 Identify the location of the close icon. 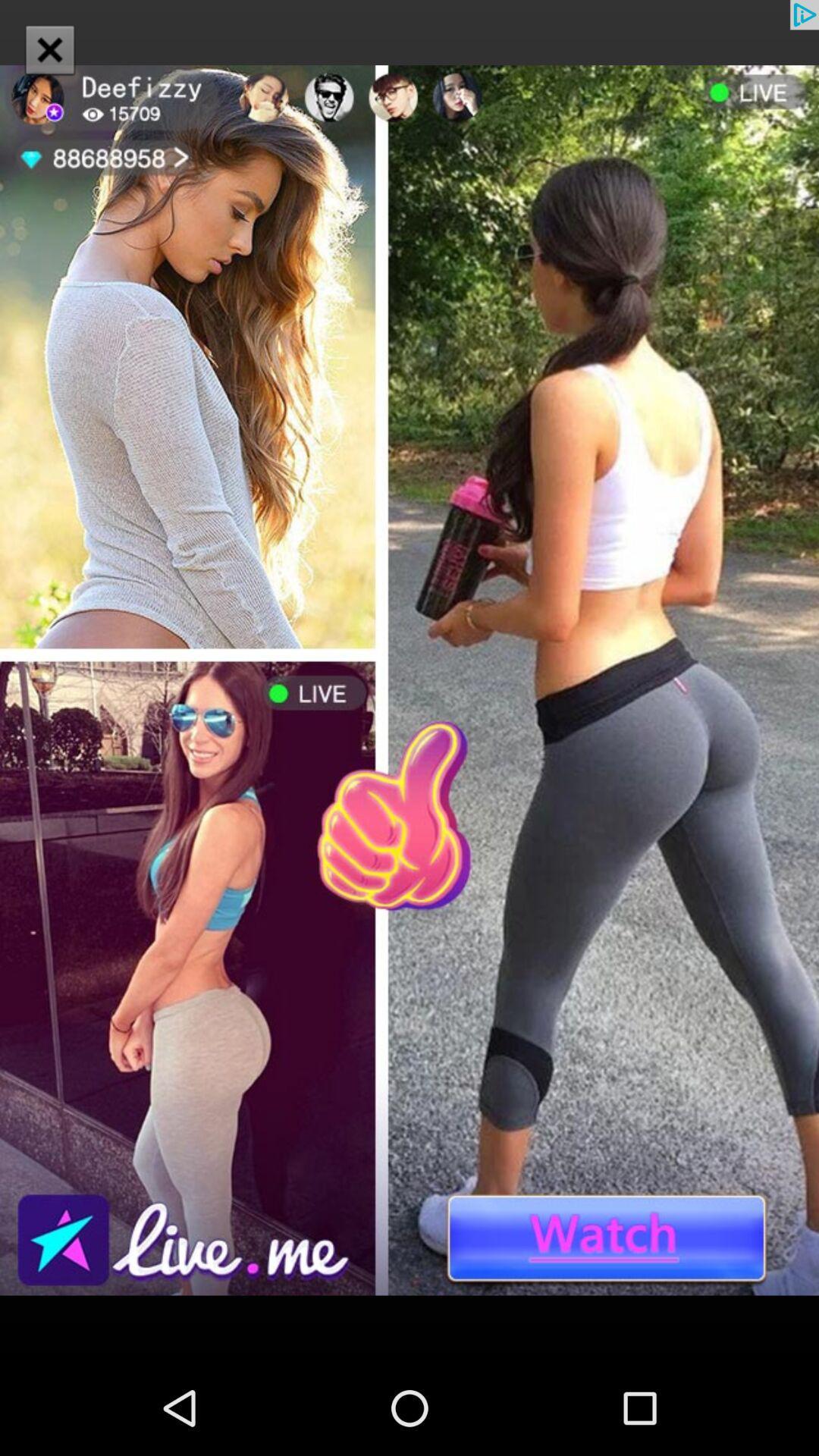
(49, 53).